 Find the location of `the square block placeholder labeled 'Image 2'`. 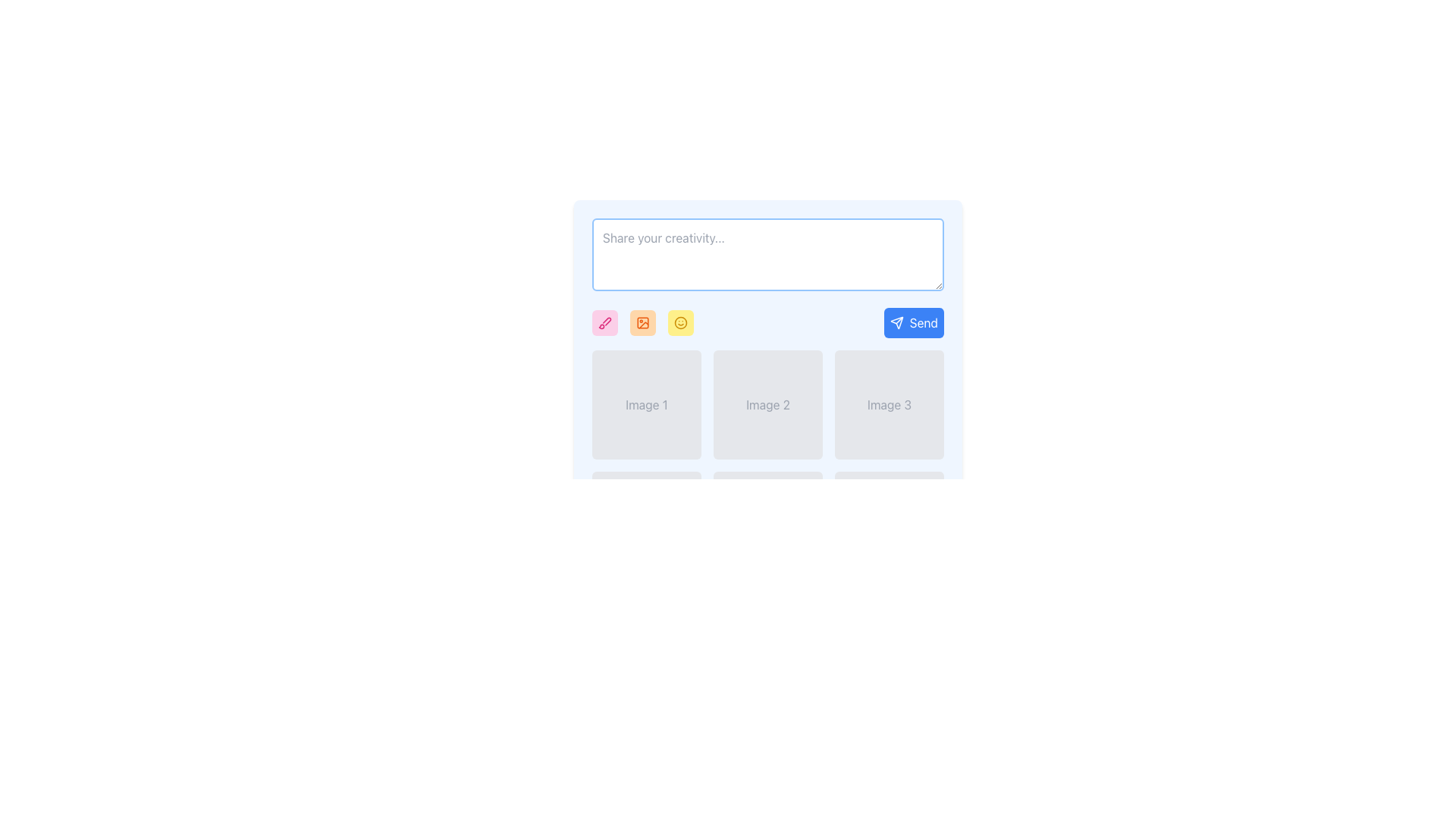

the square block placeholder labeled 'Image 2' is located at coordinates (767, 403).